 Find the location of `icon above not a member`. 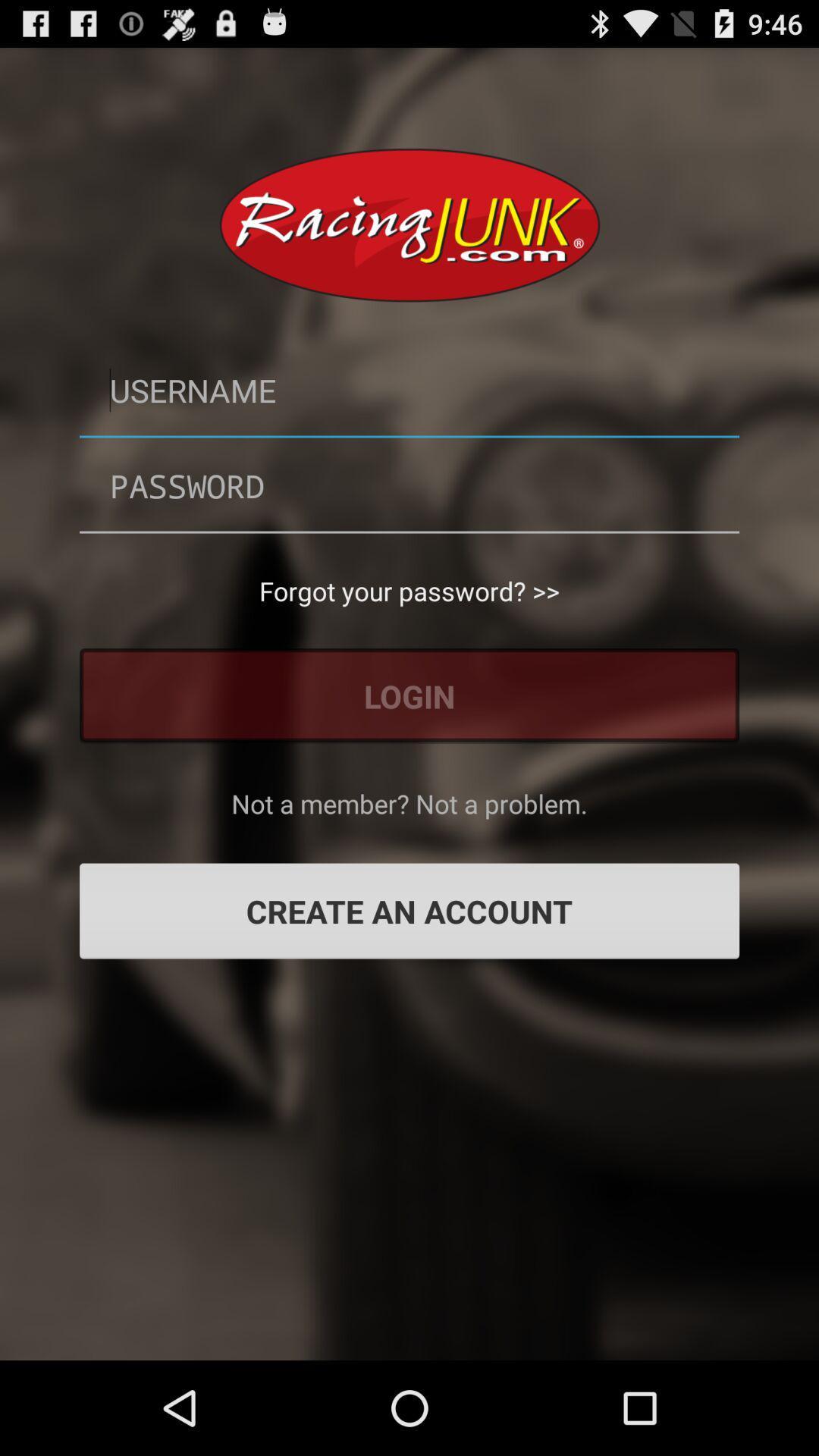

icon above not a member is located at coordinates (409, 695).